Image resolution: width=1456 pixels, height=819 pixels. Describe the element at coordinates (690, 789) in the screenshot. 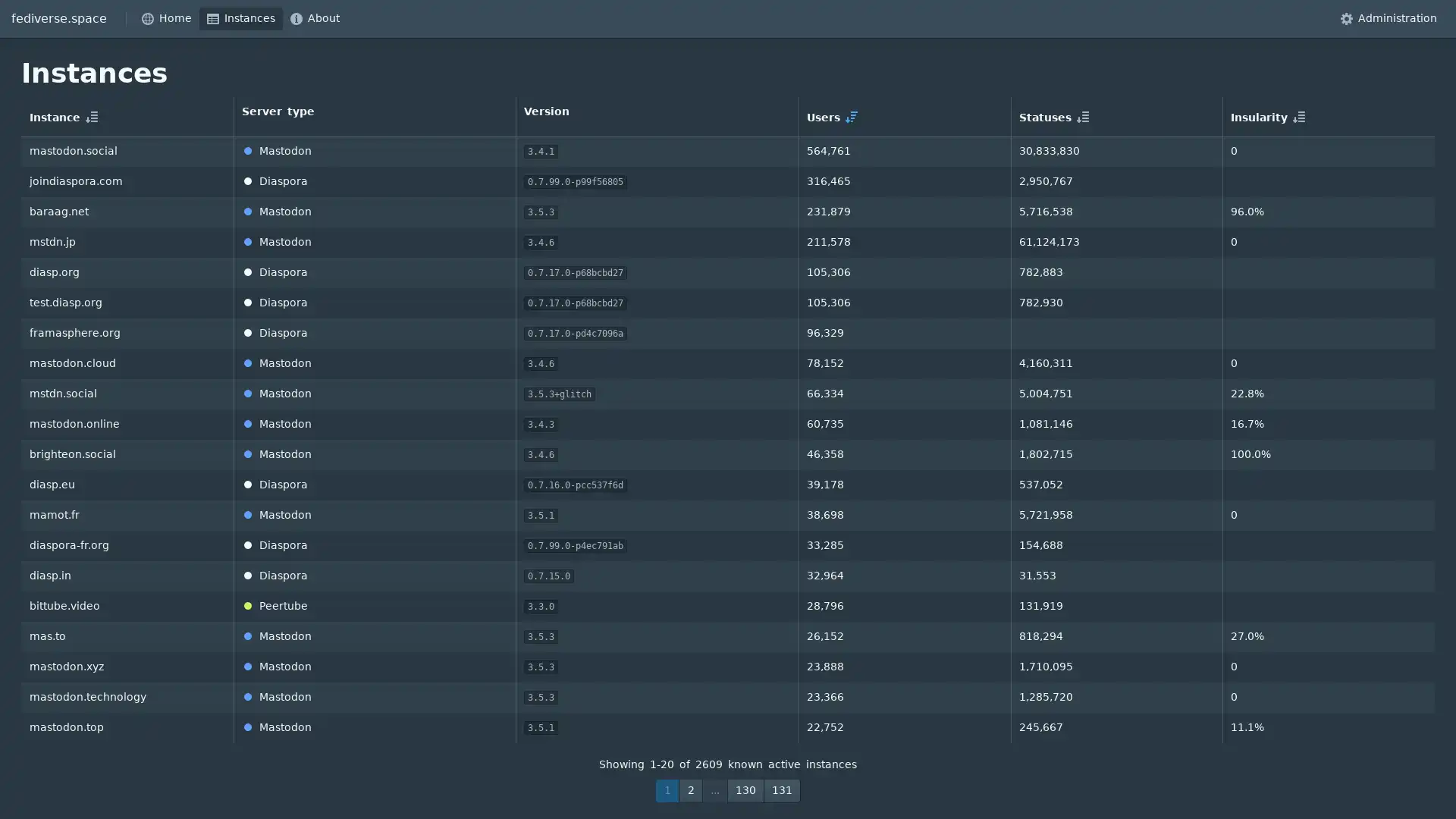

I see `2` at that location.